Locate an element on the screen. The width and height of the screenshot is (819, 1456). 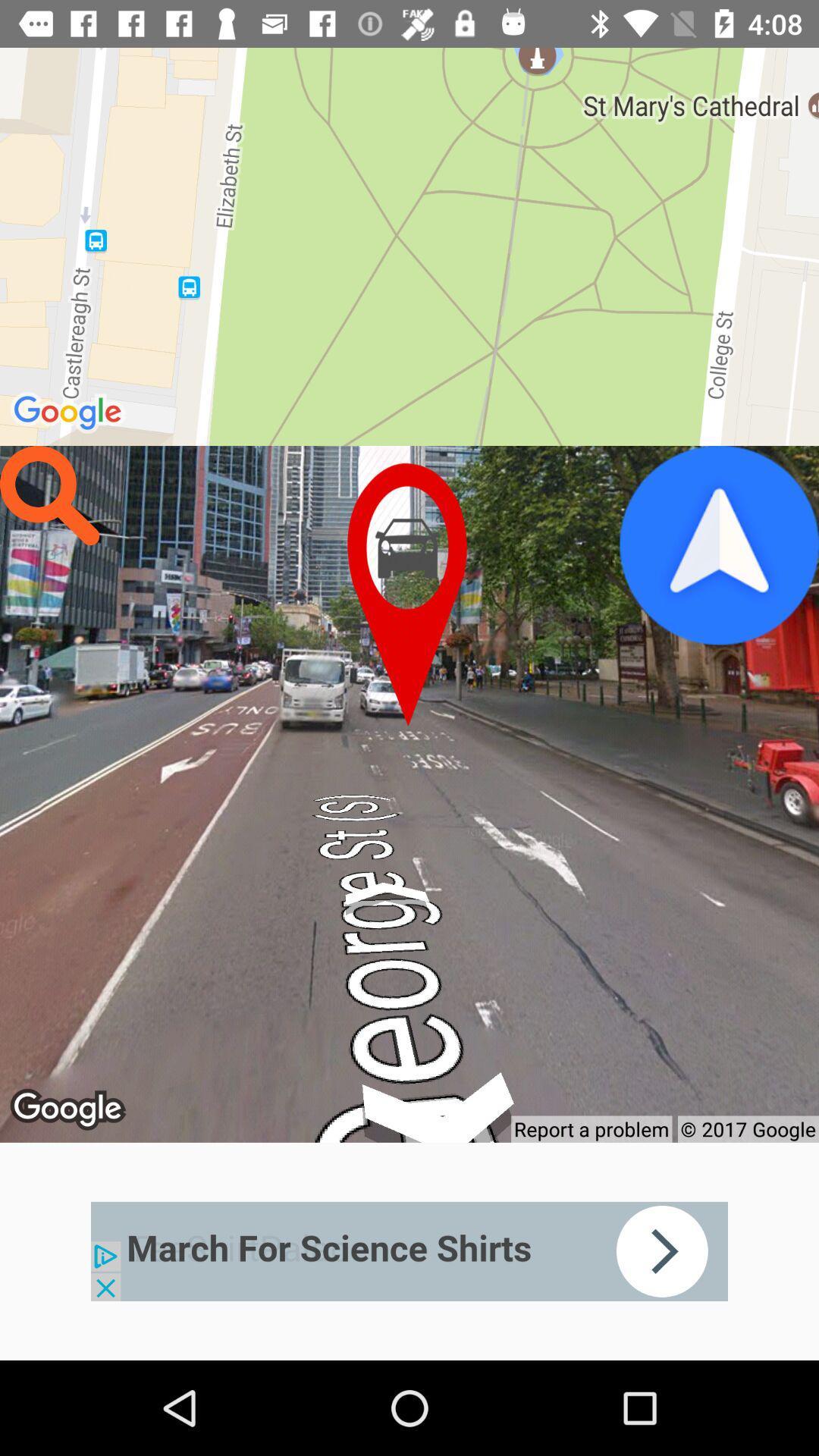
pointer is located at coordinates (409, 594).